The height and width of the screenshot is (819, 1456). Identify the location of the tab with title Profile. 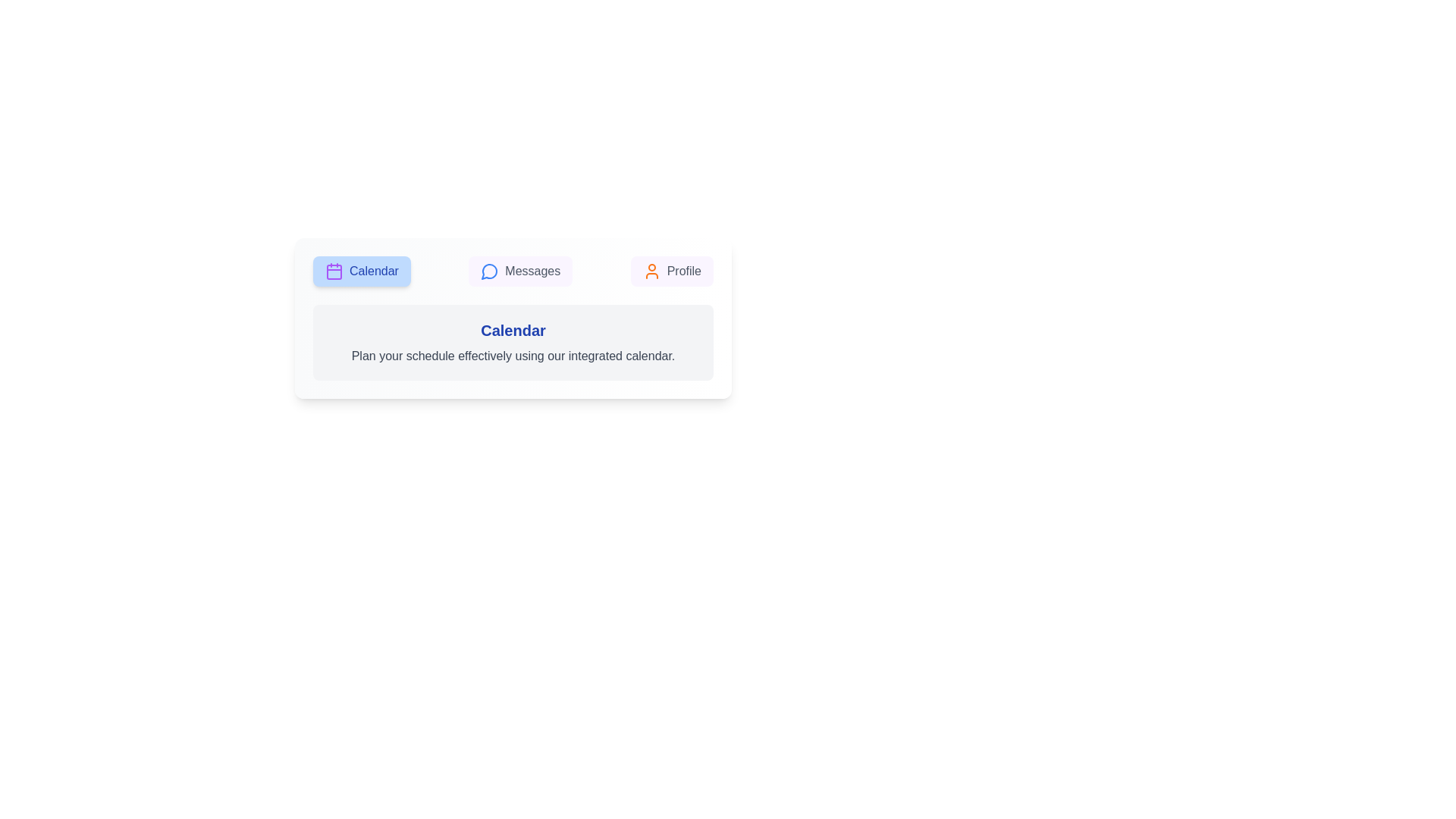
(671, 271).